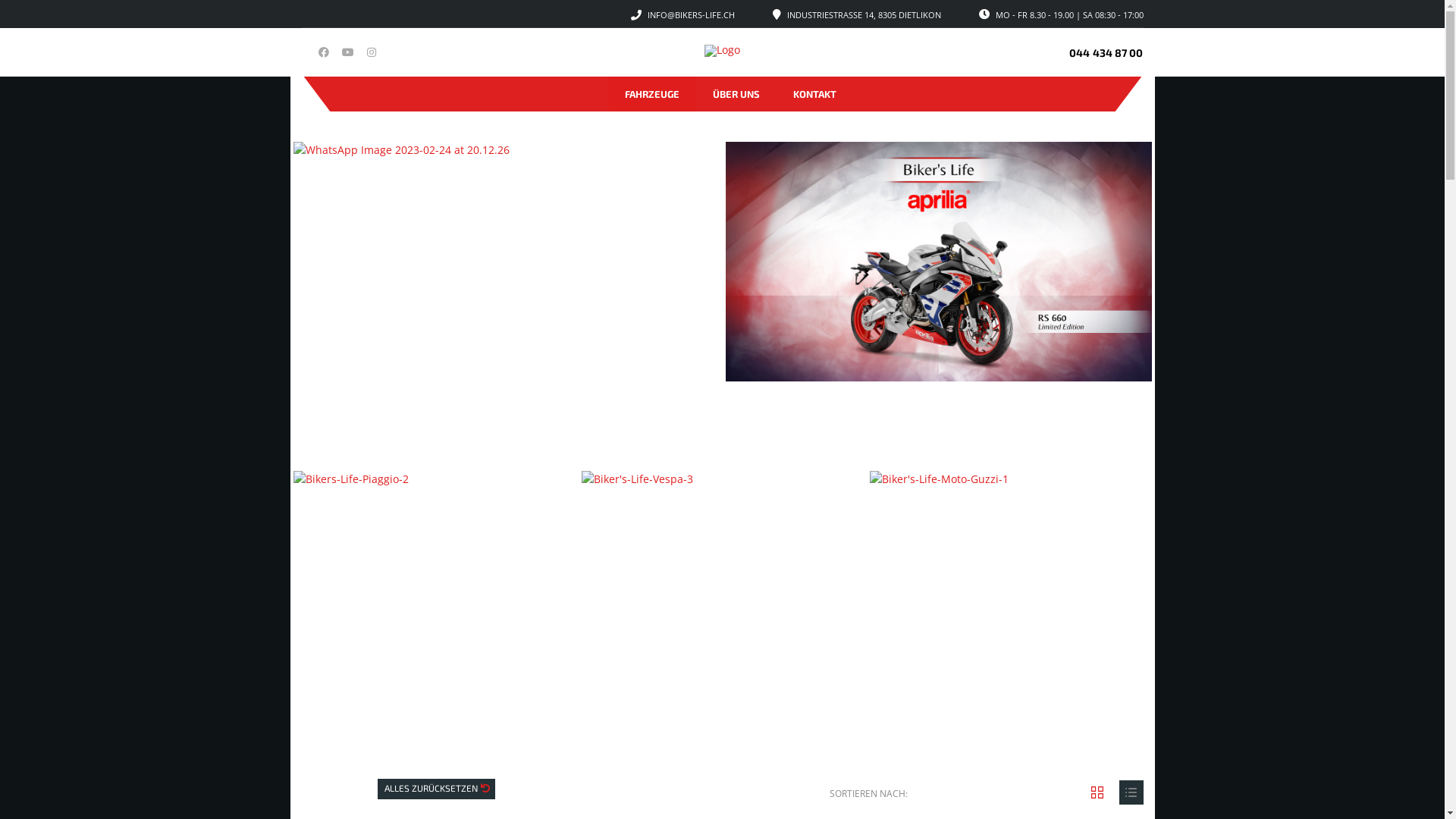 This screenshot has height=819, width=1456. What do you see at coordinates (1068, 52) in the screenshot?
I see `'044 434 87 00'` at bounding box center [1068, 52].